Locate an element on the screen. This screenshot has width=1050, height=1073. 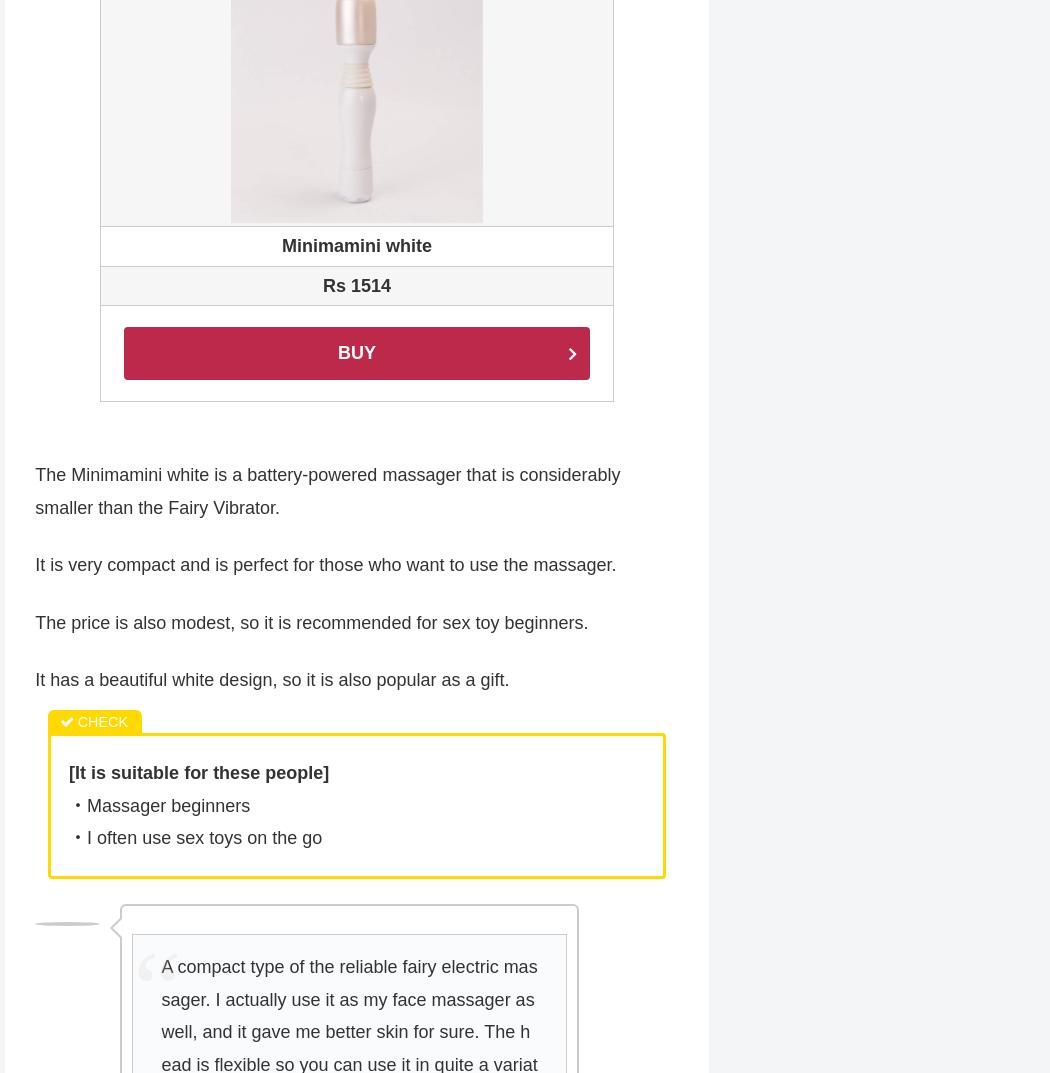
'Minimamini white' is located at coordinates (355, 246).